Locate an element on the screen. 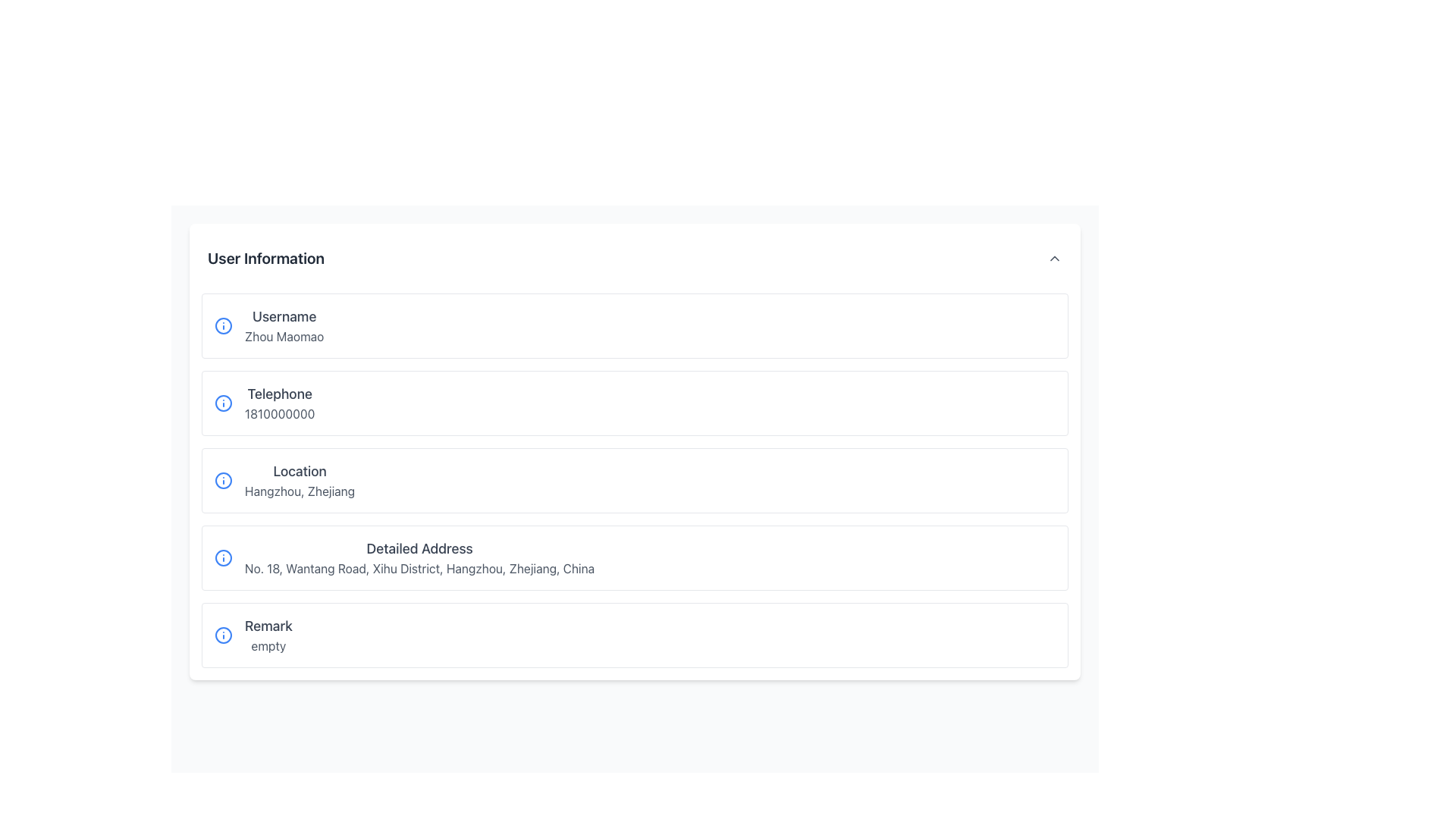  the outer circular component of the information icon located to the left of the 'Remark' section in the 'User Information' card is located at coordinates (222, 635).